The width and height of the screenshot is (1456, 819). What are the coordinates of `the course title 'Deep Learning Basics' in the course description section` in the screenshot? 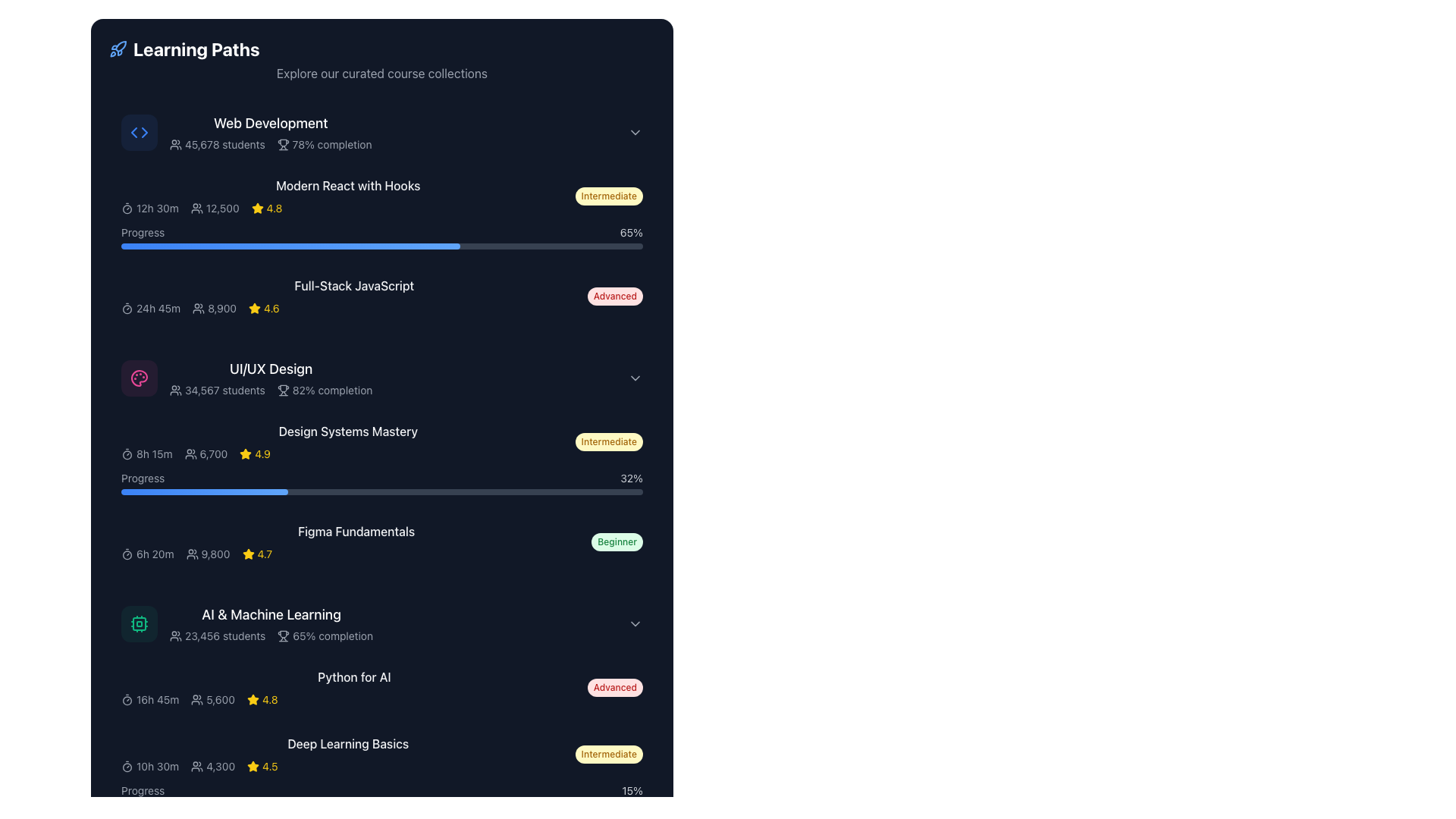 It's located at (382, 755).